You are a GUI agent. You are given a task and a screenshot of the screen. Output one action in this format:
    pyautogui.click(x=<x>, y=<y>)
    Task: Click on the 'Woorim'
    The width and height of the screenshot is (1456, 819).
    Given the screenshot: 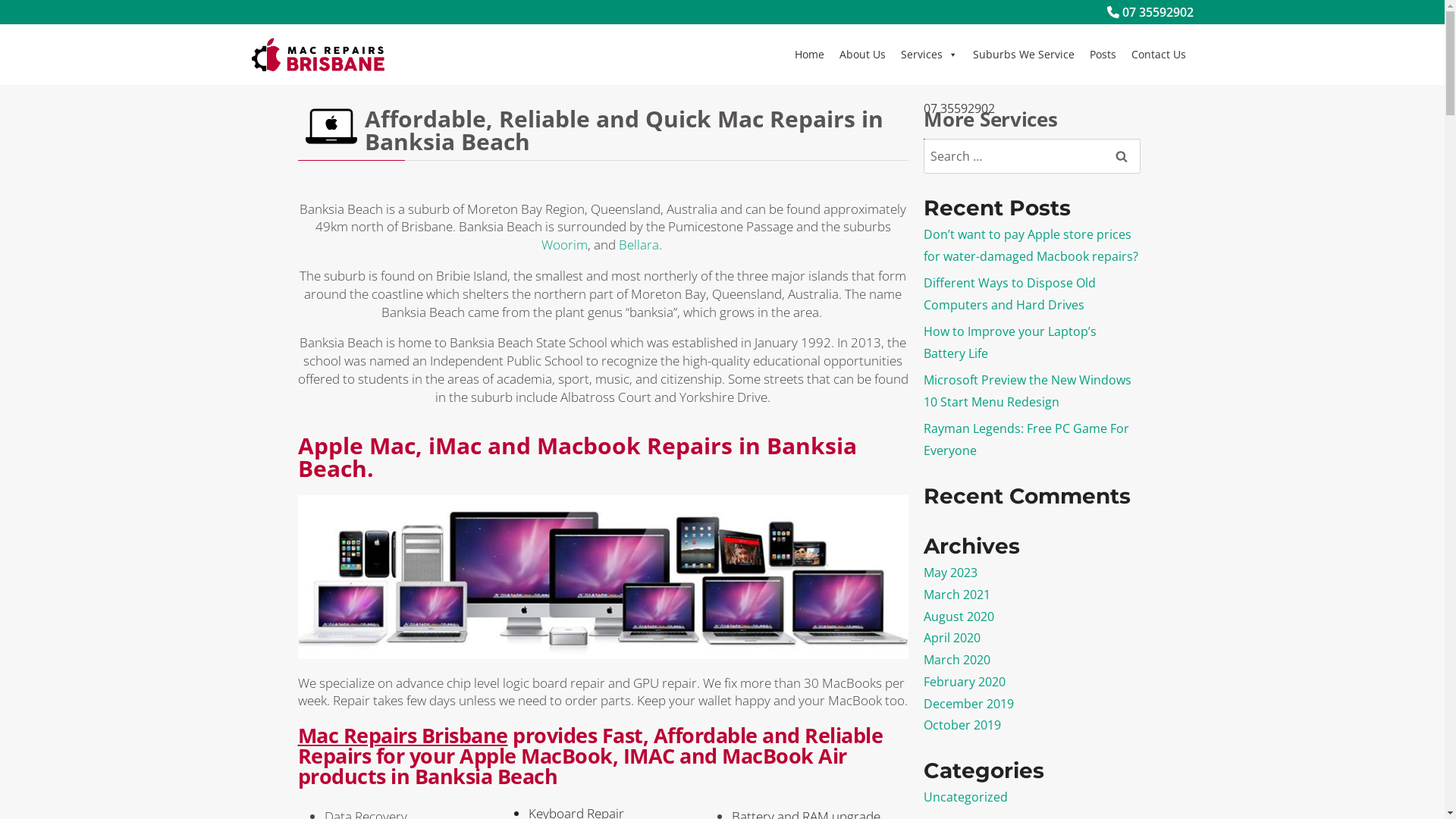 What is the action you would take?
    pyautogui.click(x=563, y=243)
    